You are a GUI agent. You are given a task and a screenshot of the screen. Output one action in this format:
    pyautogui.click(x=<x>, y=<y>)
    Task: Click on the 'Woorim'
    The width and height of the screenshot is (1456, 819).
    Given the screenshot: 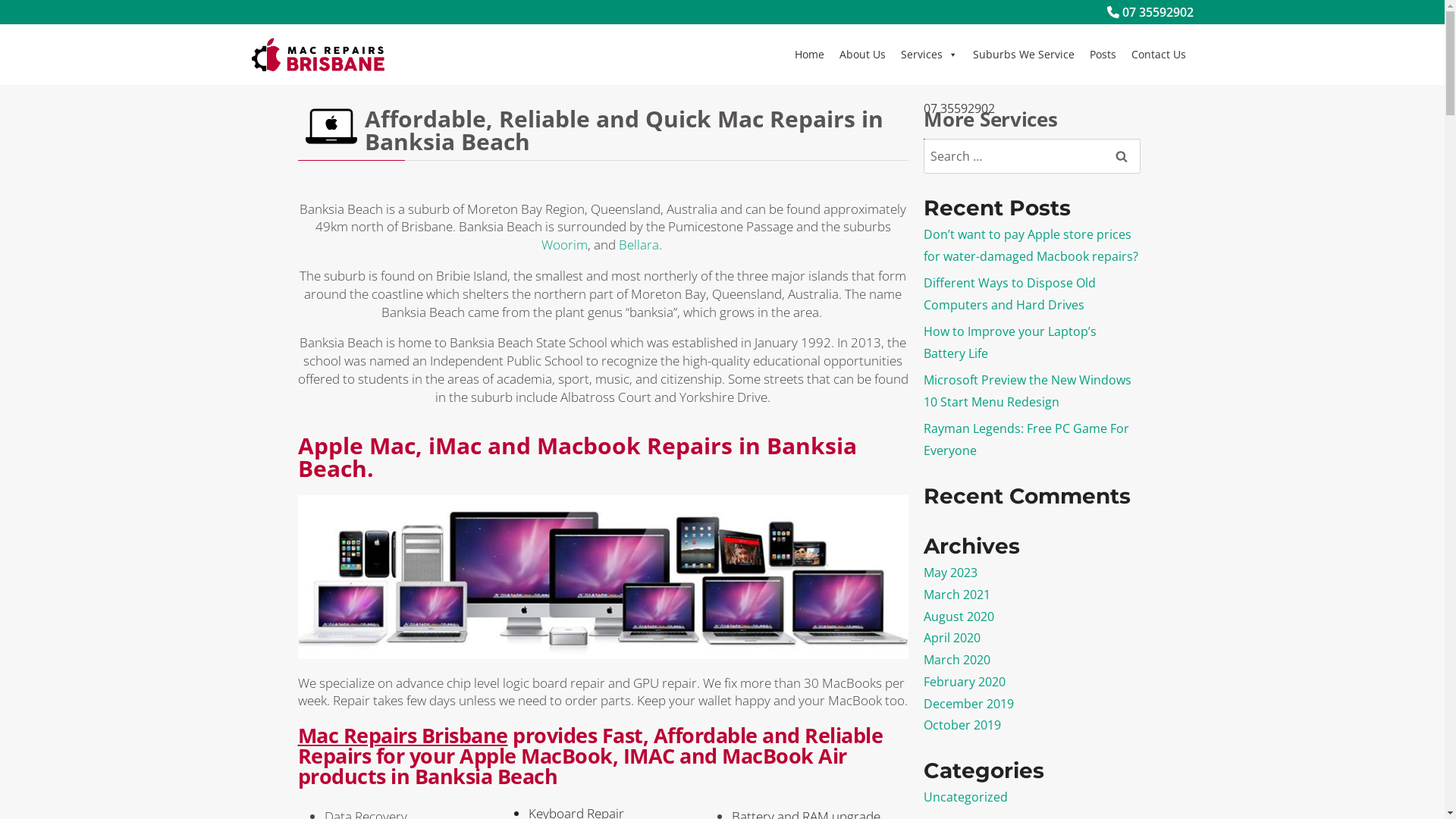 What is the action you would take?
    pyautogui.click(x=563, y=243)
    